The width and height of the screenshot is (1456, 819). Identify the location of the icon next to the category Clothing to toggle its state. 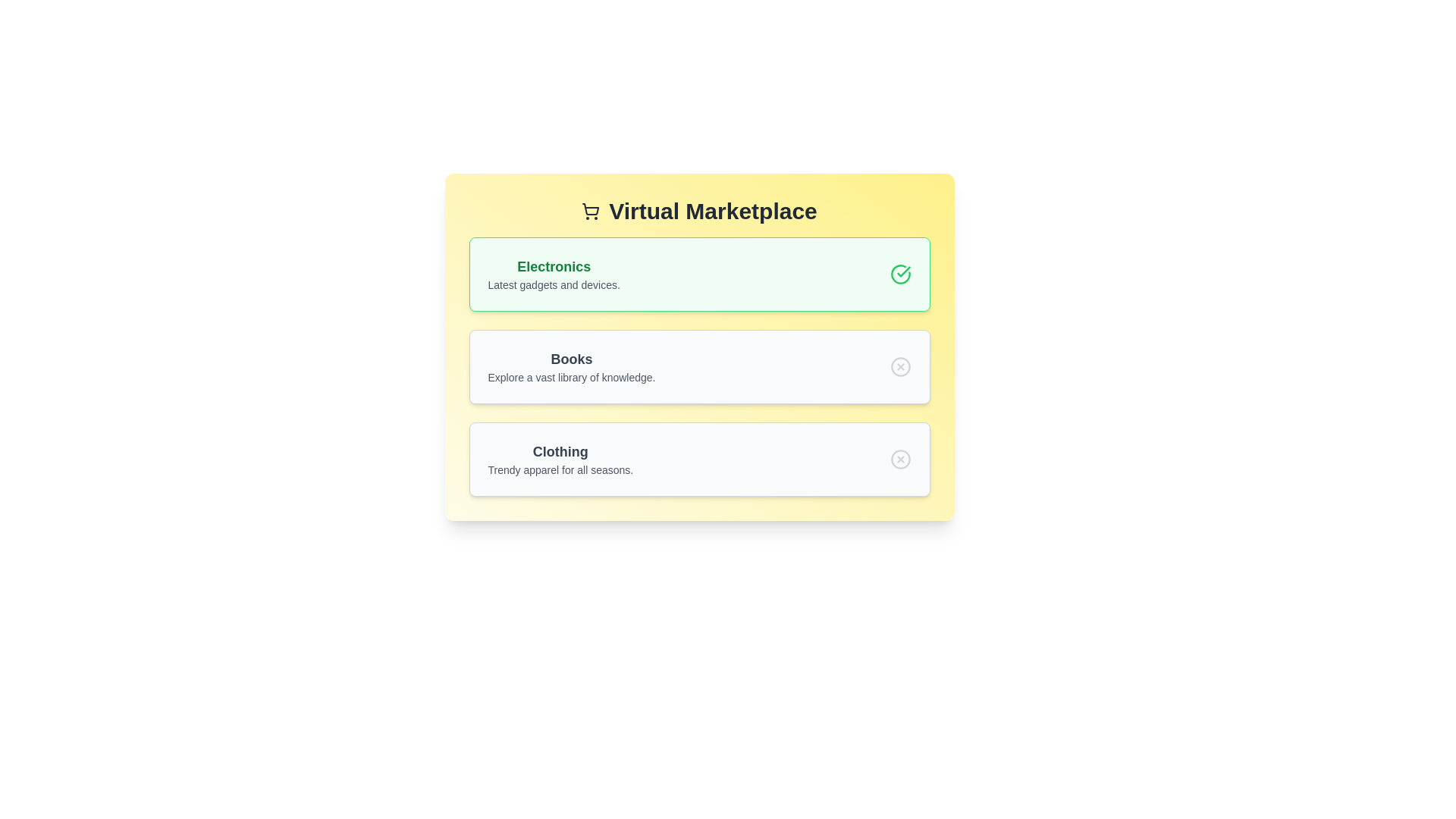
(900, 458).